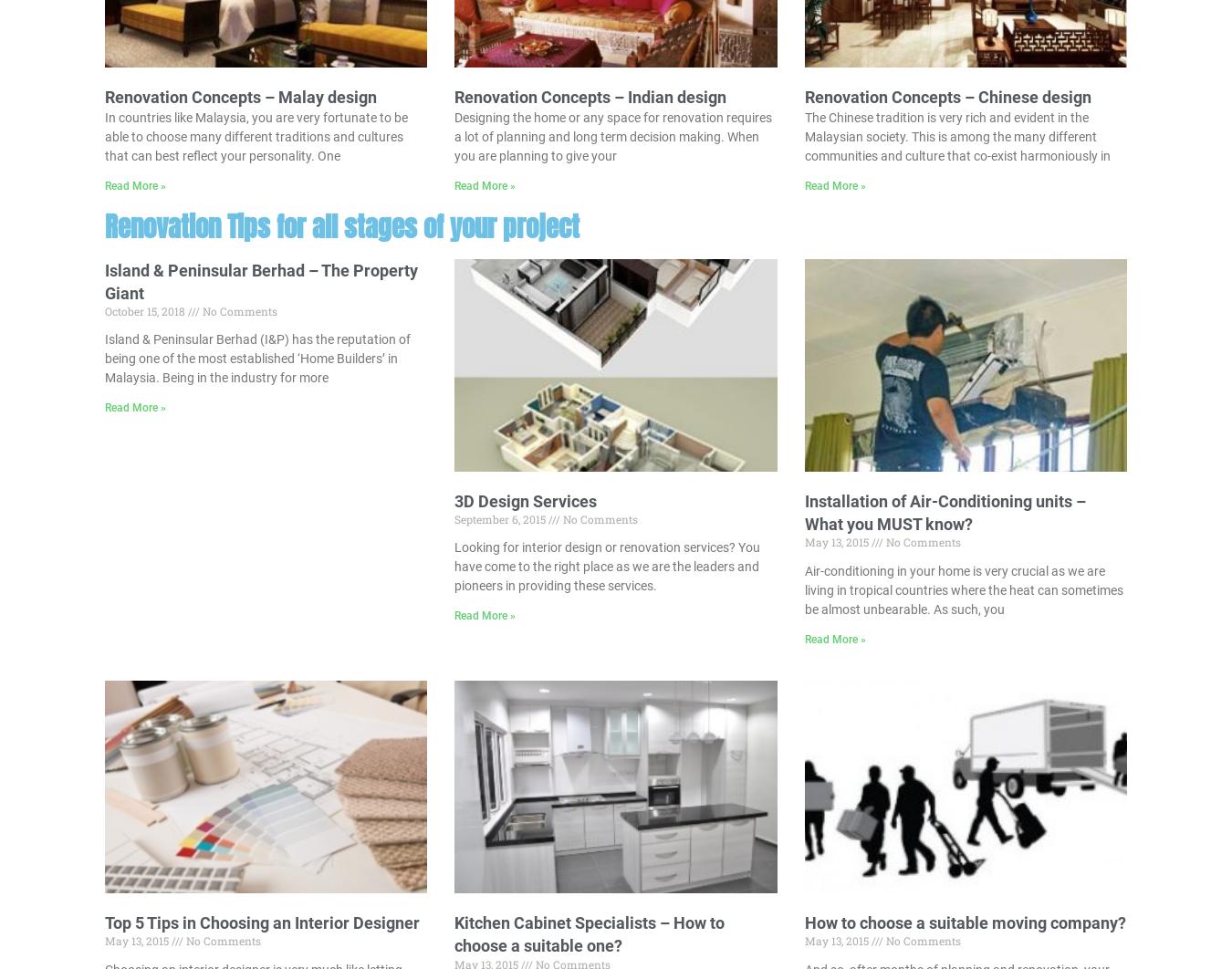 The width and height of the screenshot is (1232, 969). What do you see at coordinates (454, 517) in the screenshot?
I see `'September 6, 2015'` at bounding box center [454, 517].